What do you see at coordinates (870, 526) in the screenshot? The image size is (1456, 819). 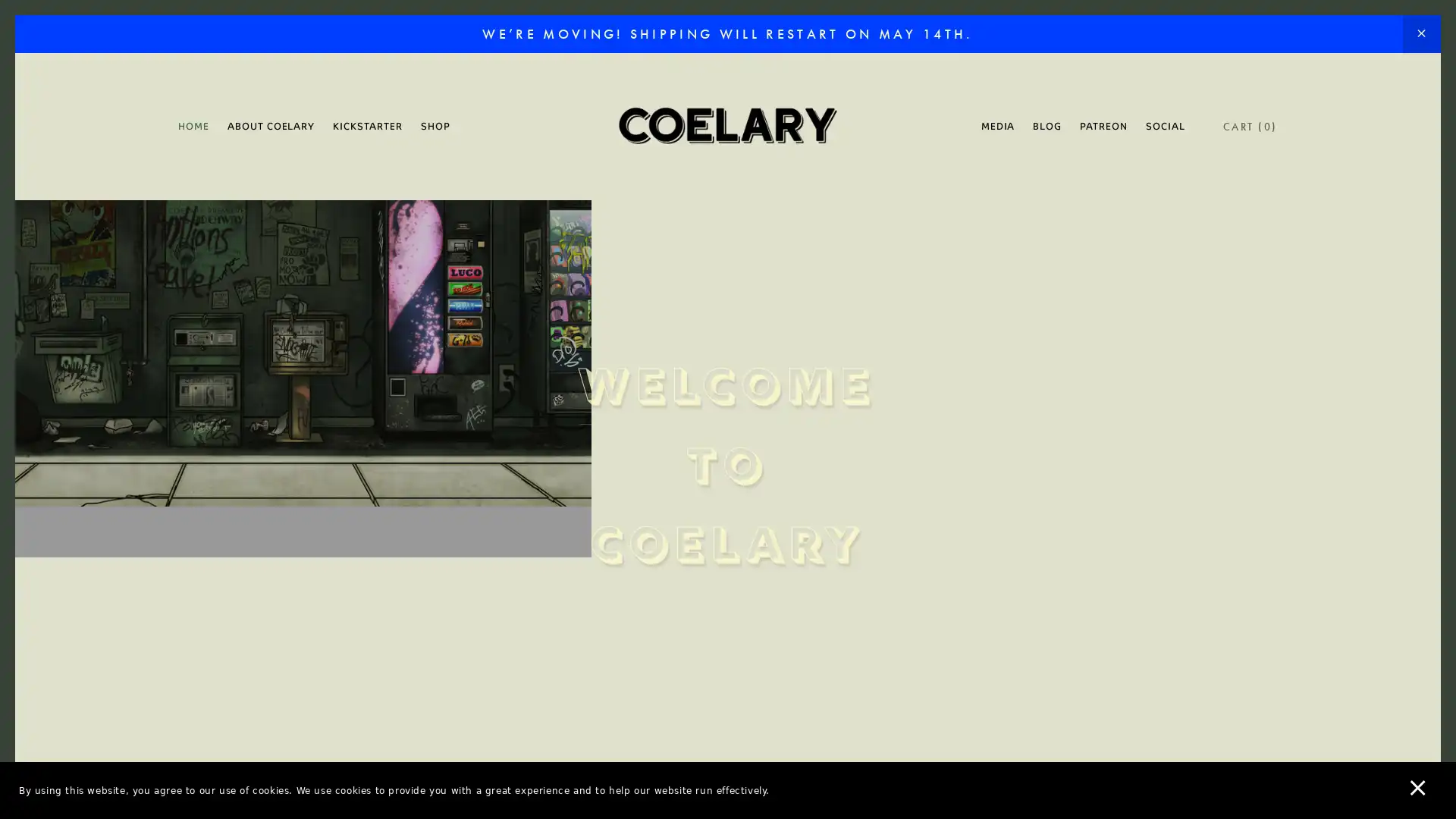 I see `Subscribe` at bounding box center [870, 526].